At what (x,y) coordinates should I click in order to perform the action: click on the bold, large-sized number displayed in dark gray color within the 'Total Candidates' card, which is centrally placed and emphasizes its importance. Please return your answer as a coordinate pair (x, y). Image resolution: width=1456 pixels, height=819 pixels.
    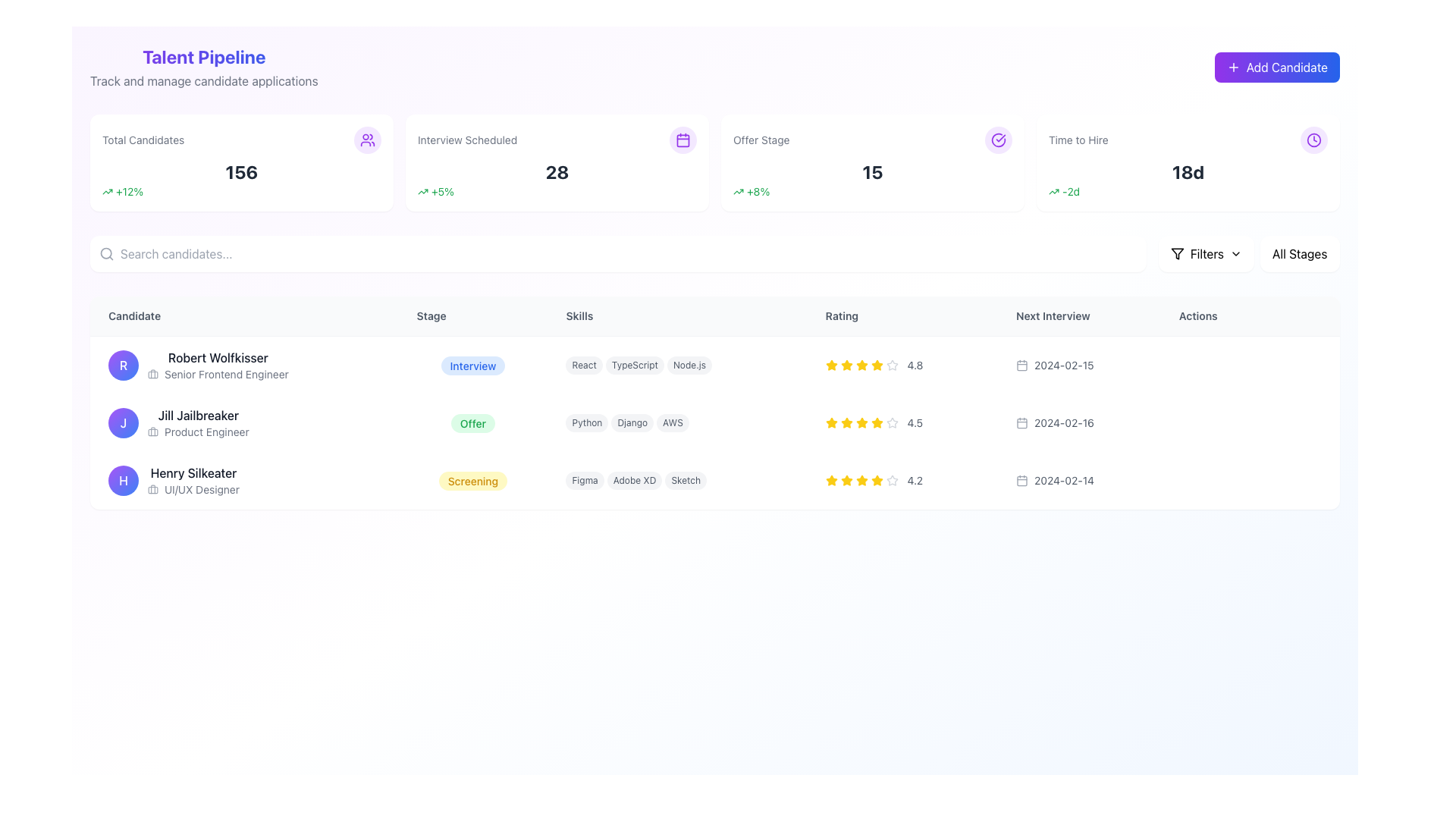
    Looking at the image, I should click on (240, 171).